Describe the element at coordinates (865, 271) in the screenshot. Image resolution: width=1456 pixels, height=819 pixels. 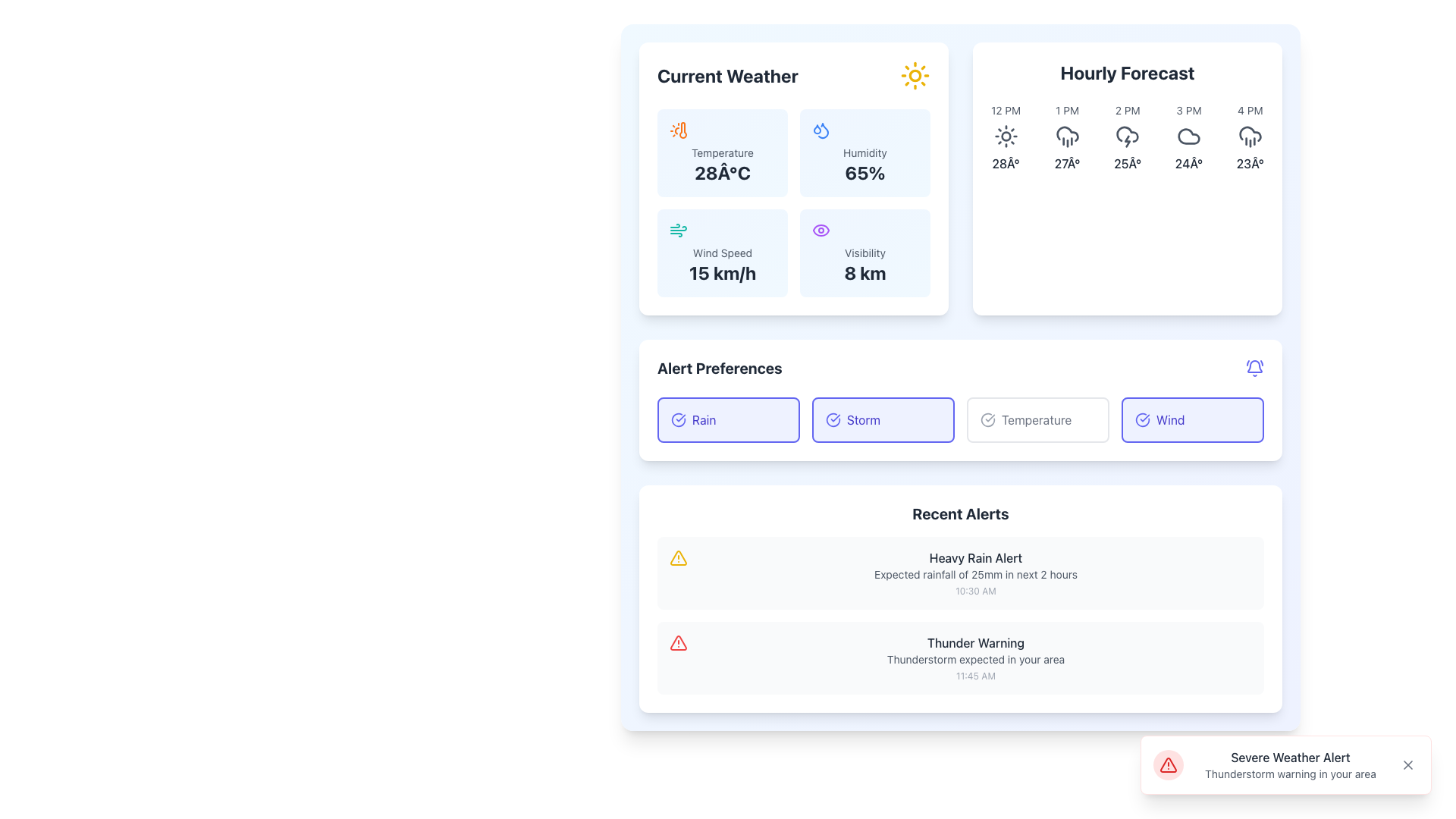
I see `the Text Display that shows the current visibility measurement in kilometers, located beneath the 'Visibility' label in the 'Current Weather' section` at that location.